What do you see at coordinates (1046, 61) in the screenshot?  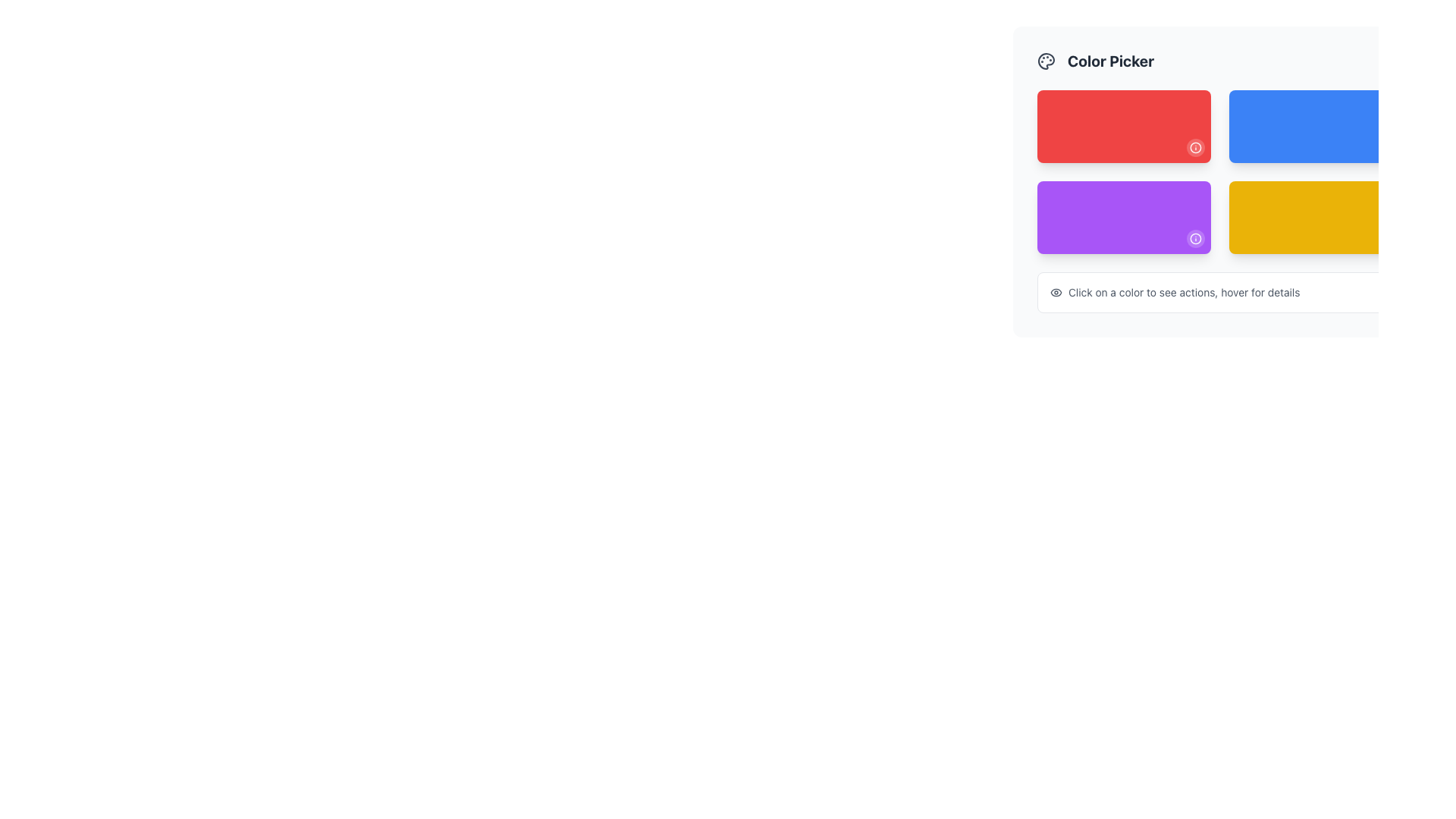 I see `the gray palette icon located to the left of the 'Color Picker' text` at bounding box center [1046, 61].